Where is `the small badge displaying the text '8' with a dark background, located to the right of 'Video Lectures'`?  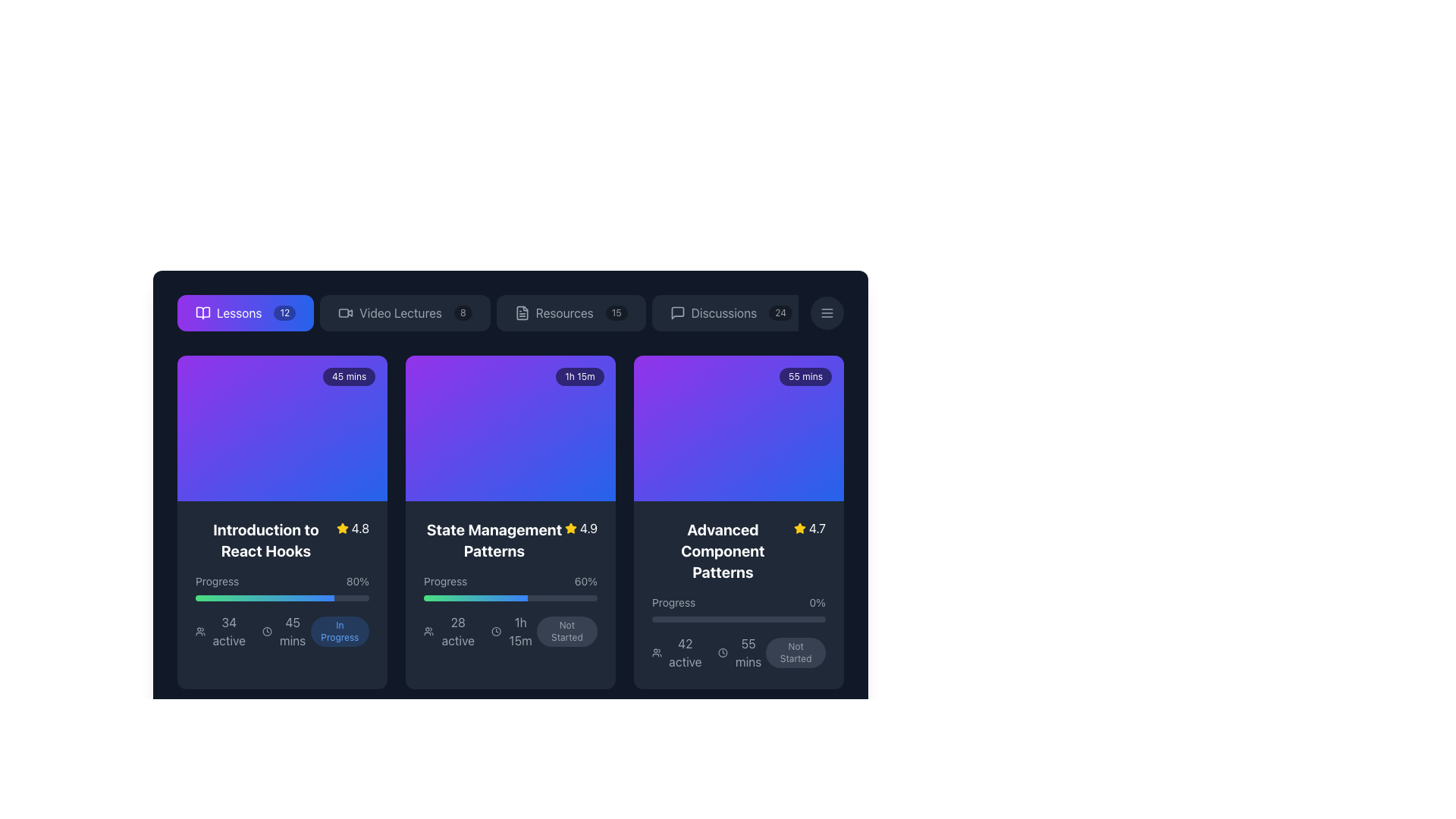 the small badge displaying the text '8' with a dark background, located to the right of 'Video Lectures' is located at coordinates (462, 312).